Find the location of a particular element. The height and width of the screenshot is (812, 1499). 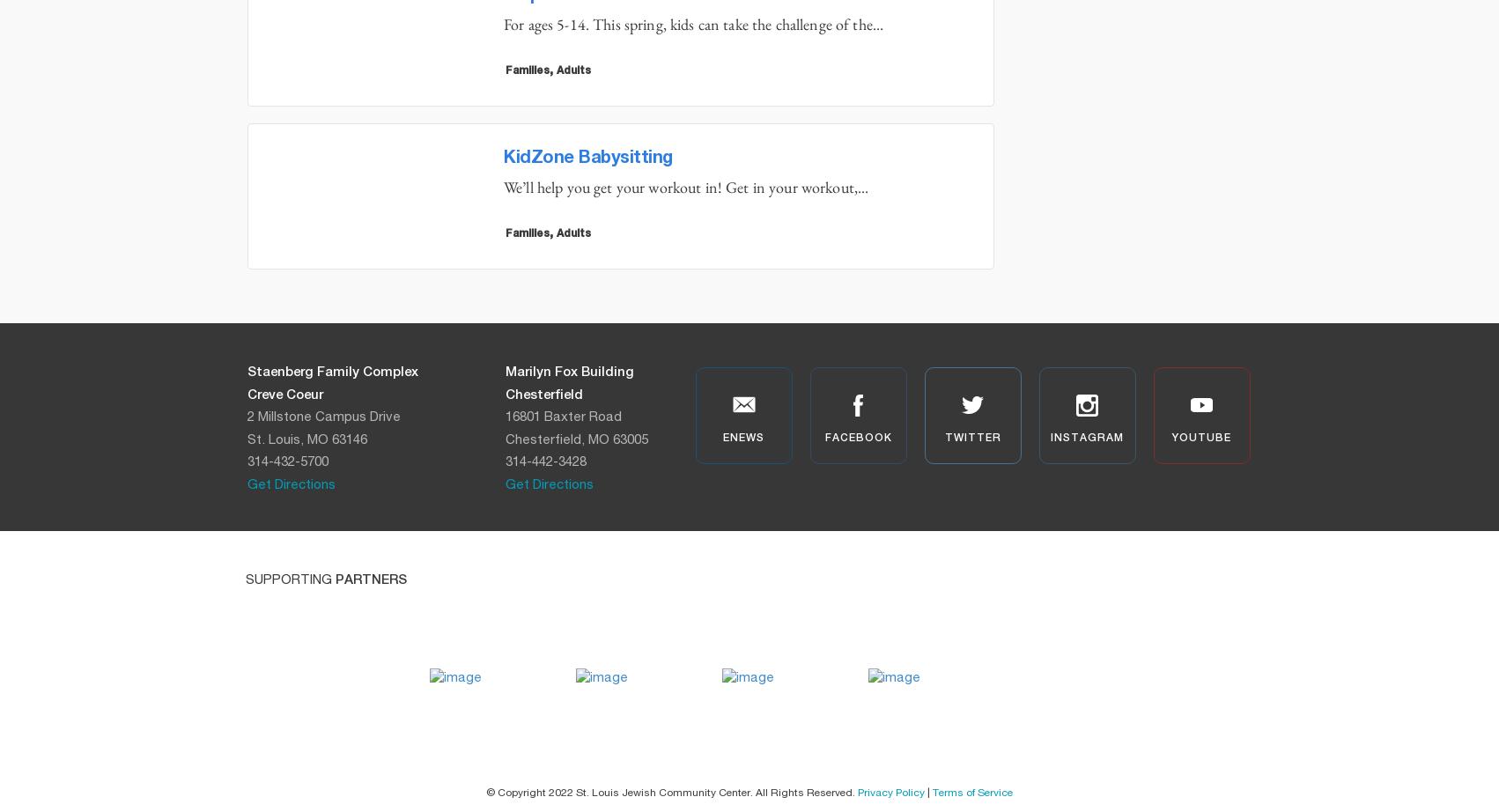

'Chesterfield' is located at coordinates (543, 393).